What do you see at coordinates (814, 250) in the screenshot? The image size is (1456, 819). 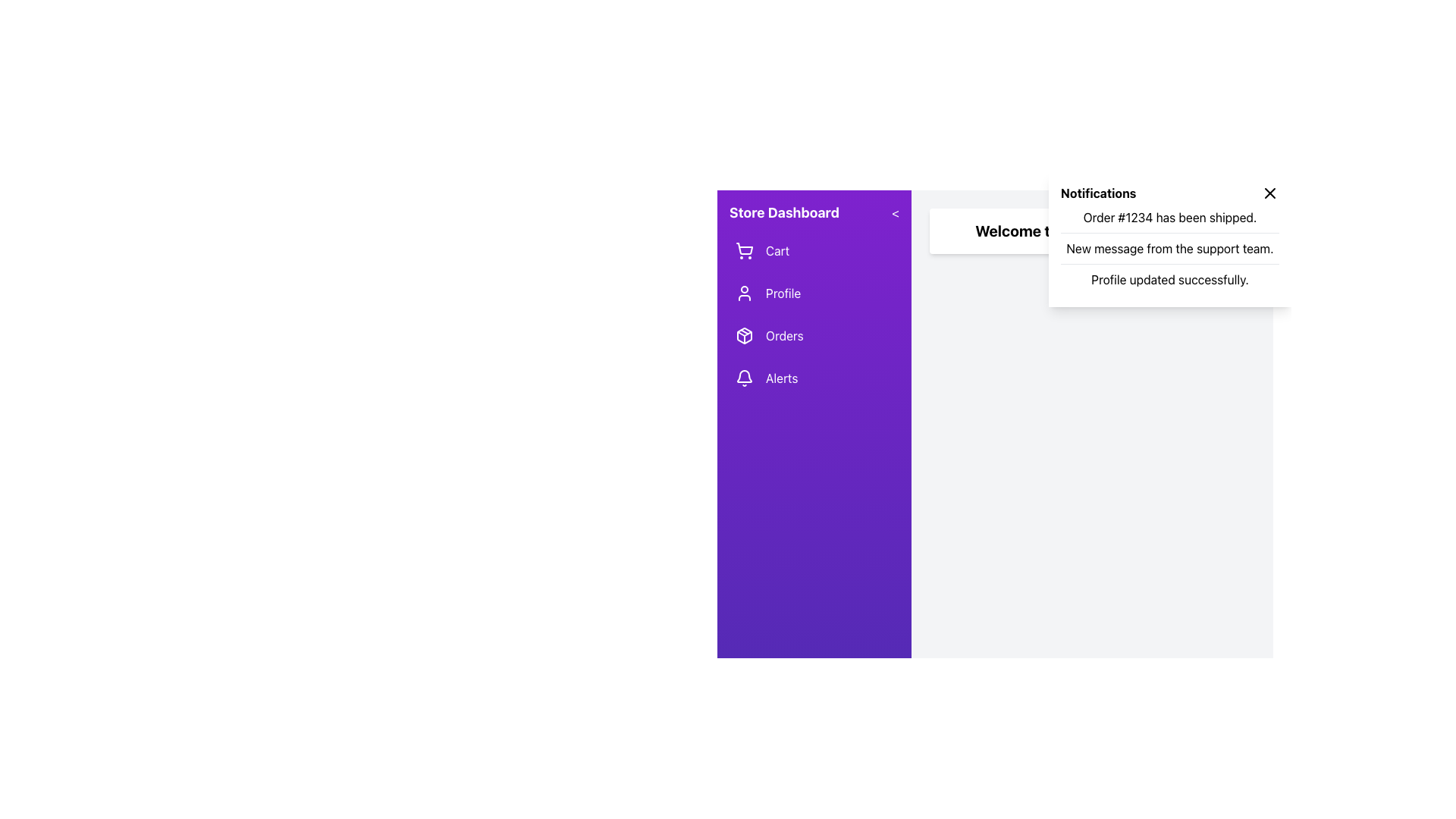 I see `the purple 'Cart' button located at the top of the vertical menu on the left sidebar` at bounding box center [814, 250].